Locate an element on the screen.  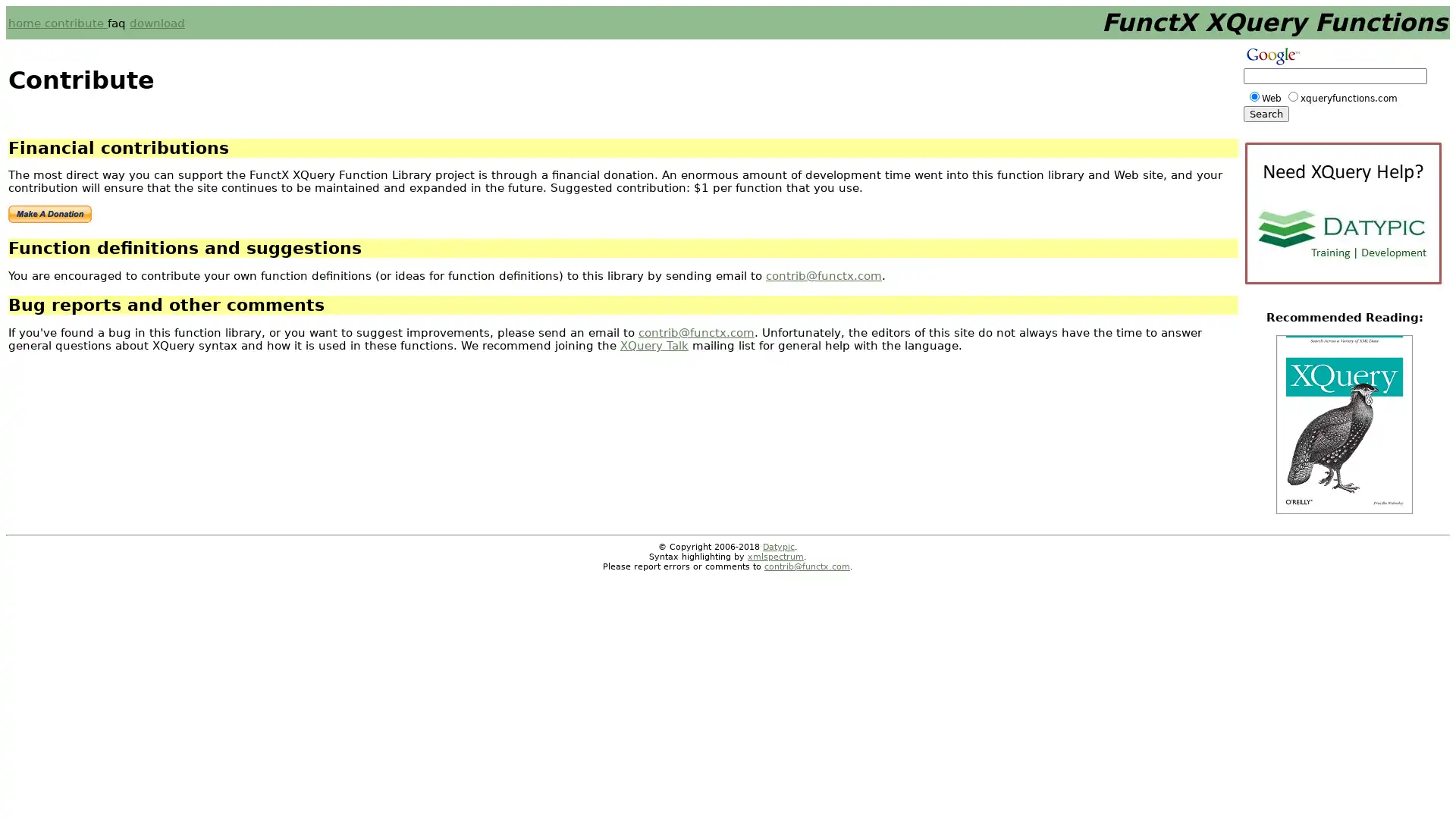
Search is located at coordinates (1266, 113).